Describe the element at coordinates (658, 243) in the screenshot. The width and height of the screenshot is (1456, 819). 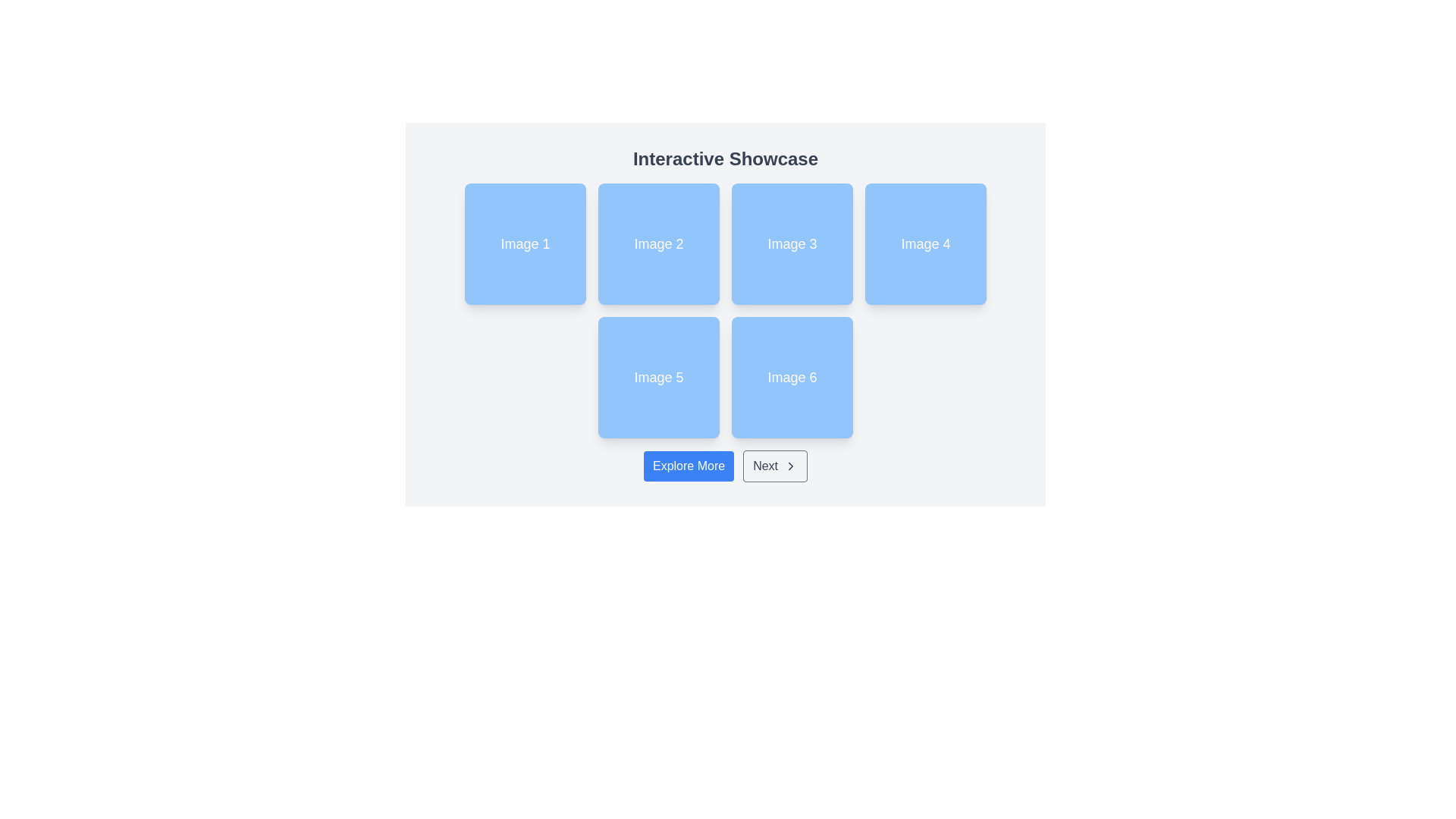
I see `the Display card, which is the second card in a grid layout of six cards, to observe transformation effects` at that location.